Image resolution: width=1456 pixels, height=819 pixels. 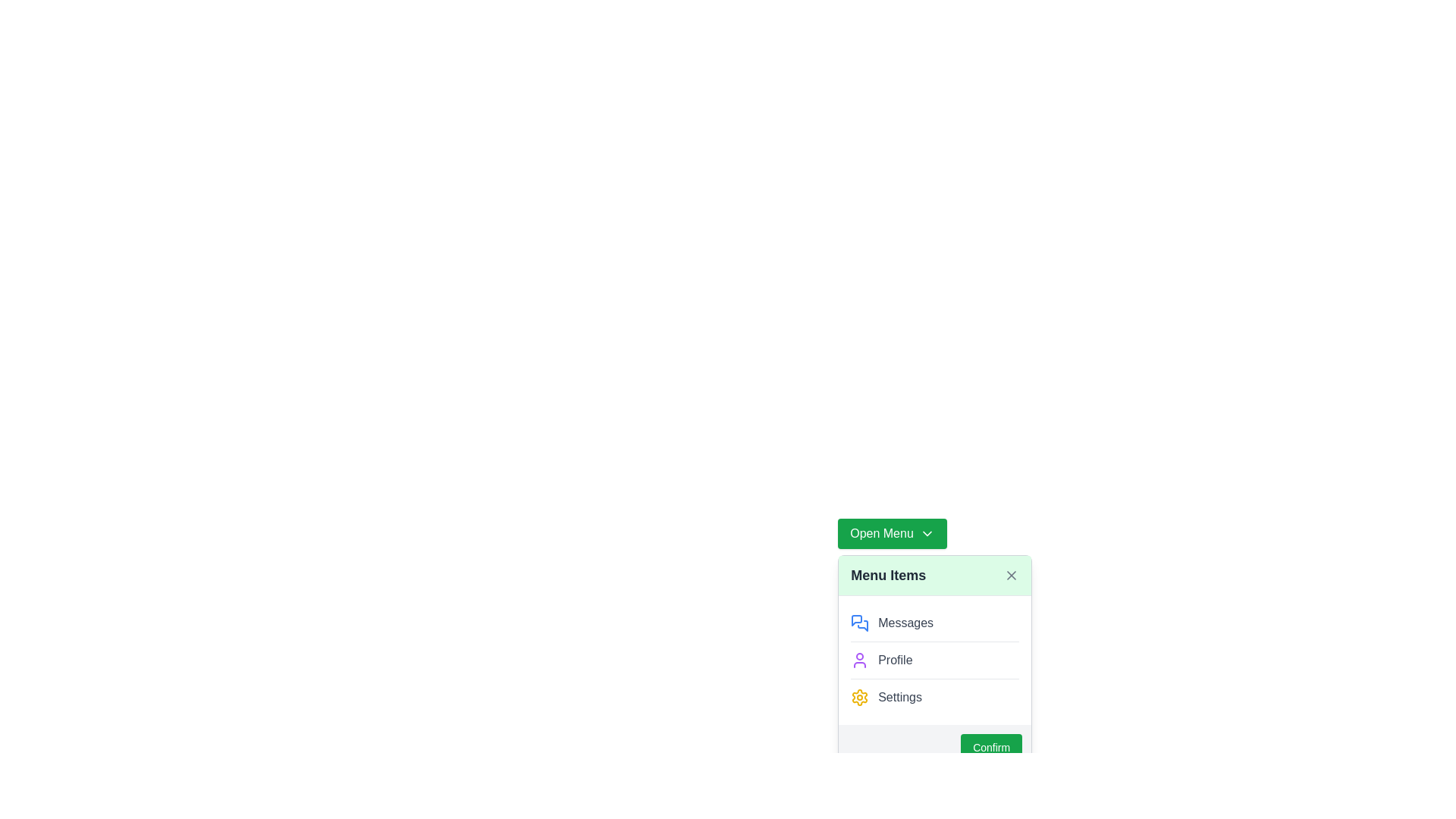 What do you see at coordinates (934, 659) in the screenshot?
I see `the 'Profile' menu entry item, which is the second entry in a vertical list within the popup interface` at bounding box center [934, 659].